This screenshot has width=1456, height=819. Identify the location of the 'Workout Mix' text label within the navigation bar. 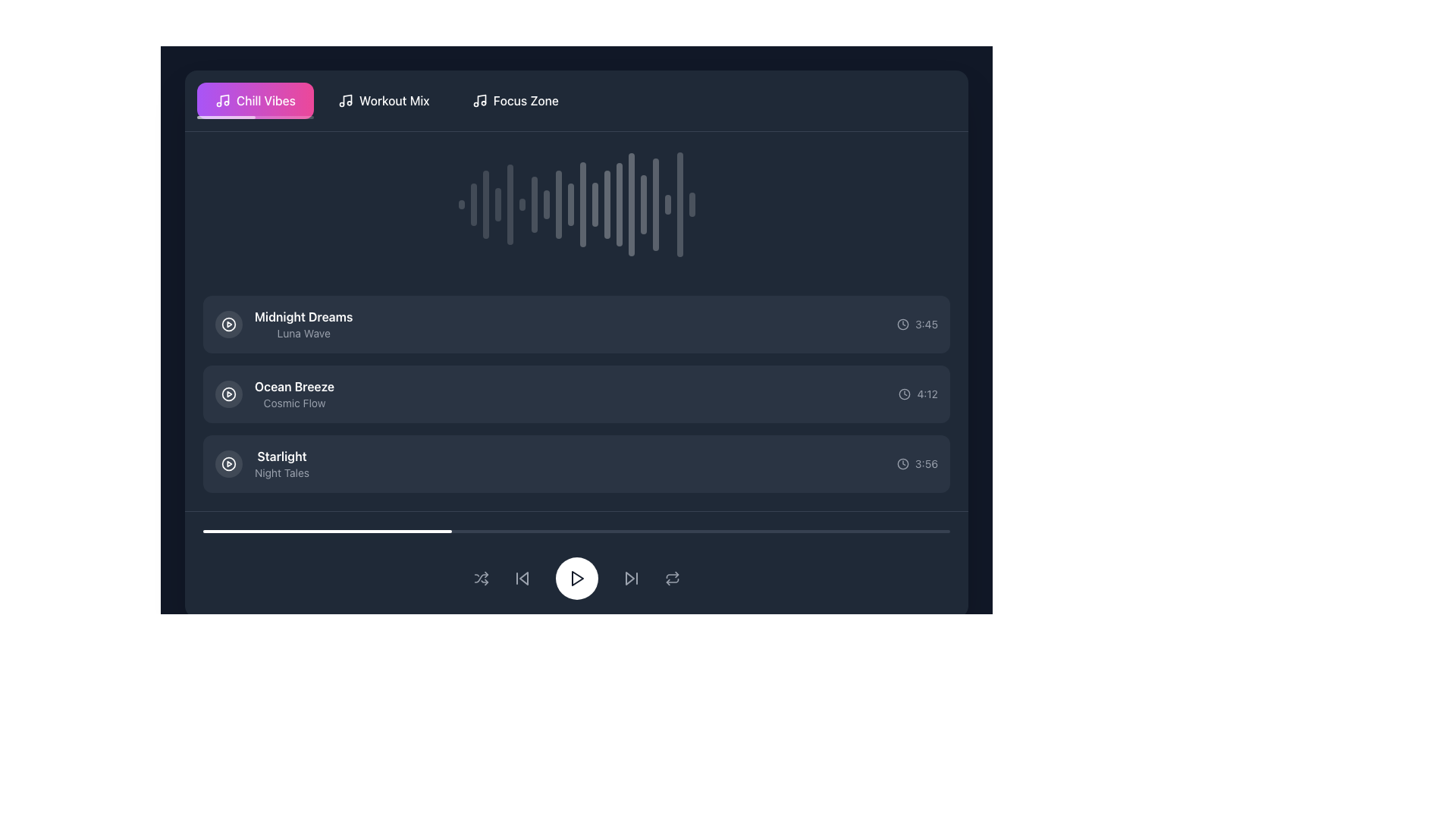
(394, 100).